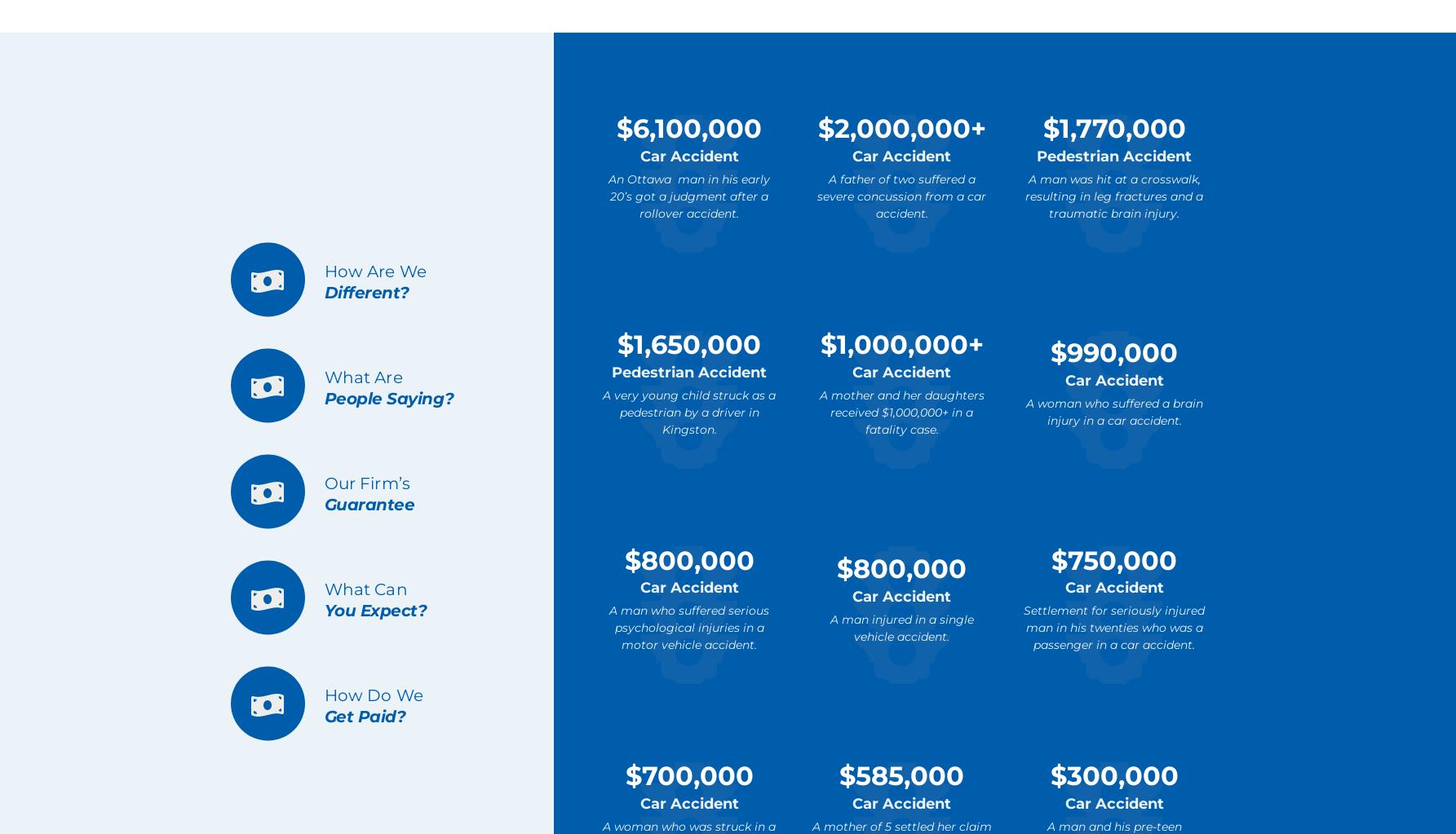 This screenshot has width=1456, height=834. What do you see at coordinates (1114, 195) in the screenshot?
I see `'A man was hit at a crosswalk, resulting in leg fractures and a traumatic brain injury.'` at bounding box center [1114, 195].